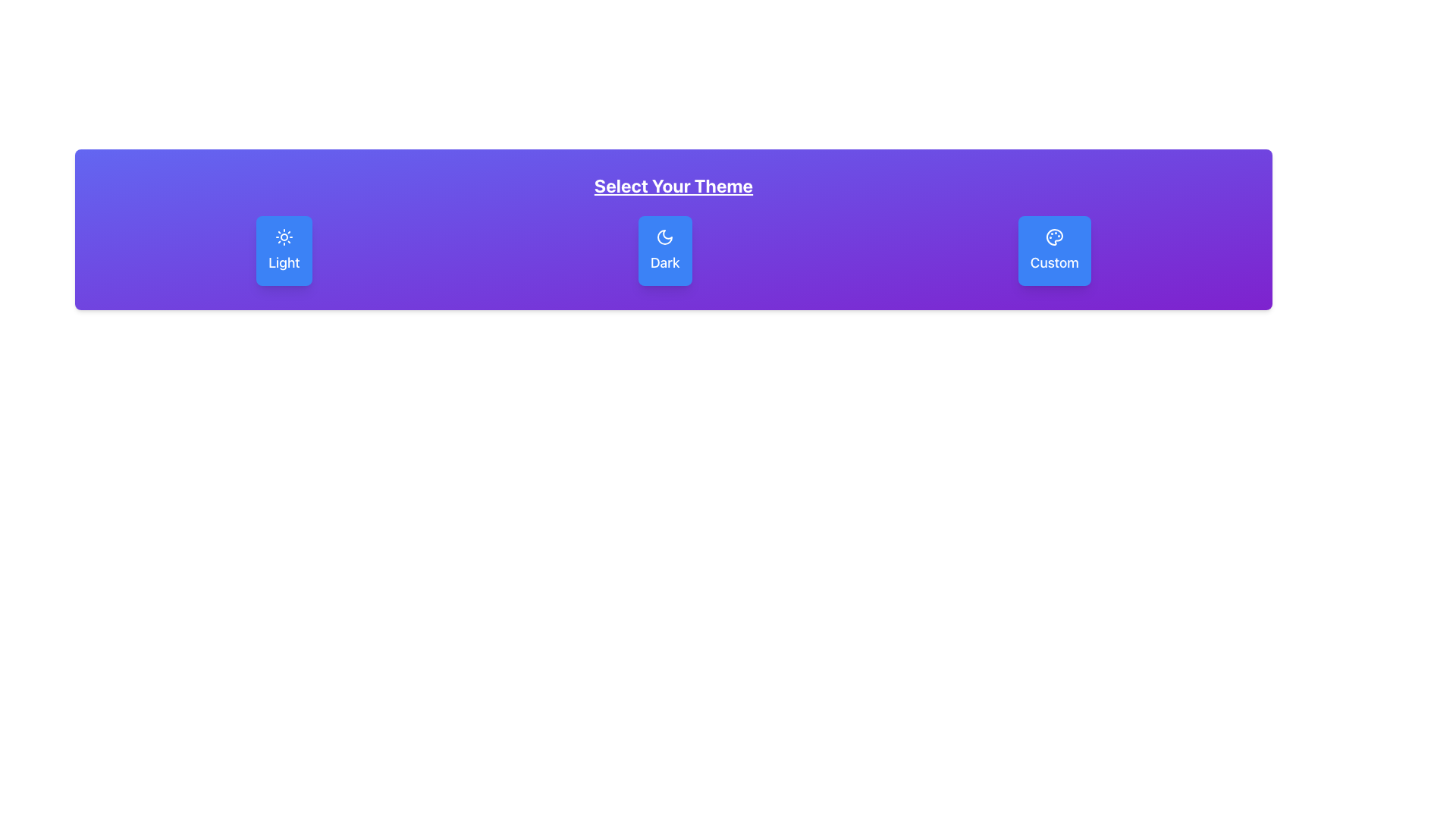 This screenshot has width=1456, height=819. What do you see at coordinates (673, 185) in the screenshot?
I see `the heading element that introduces the theme selection section, located at the top of a rounded purple gradient box` at bounding box center [673, 185].